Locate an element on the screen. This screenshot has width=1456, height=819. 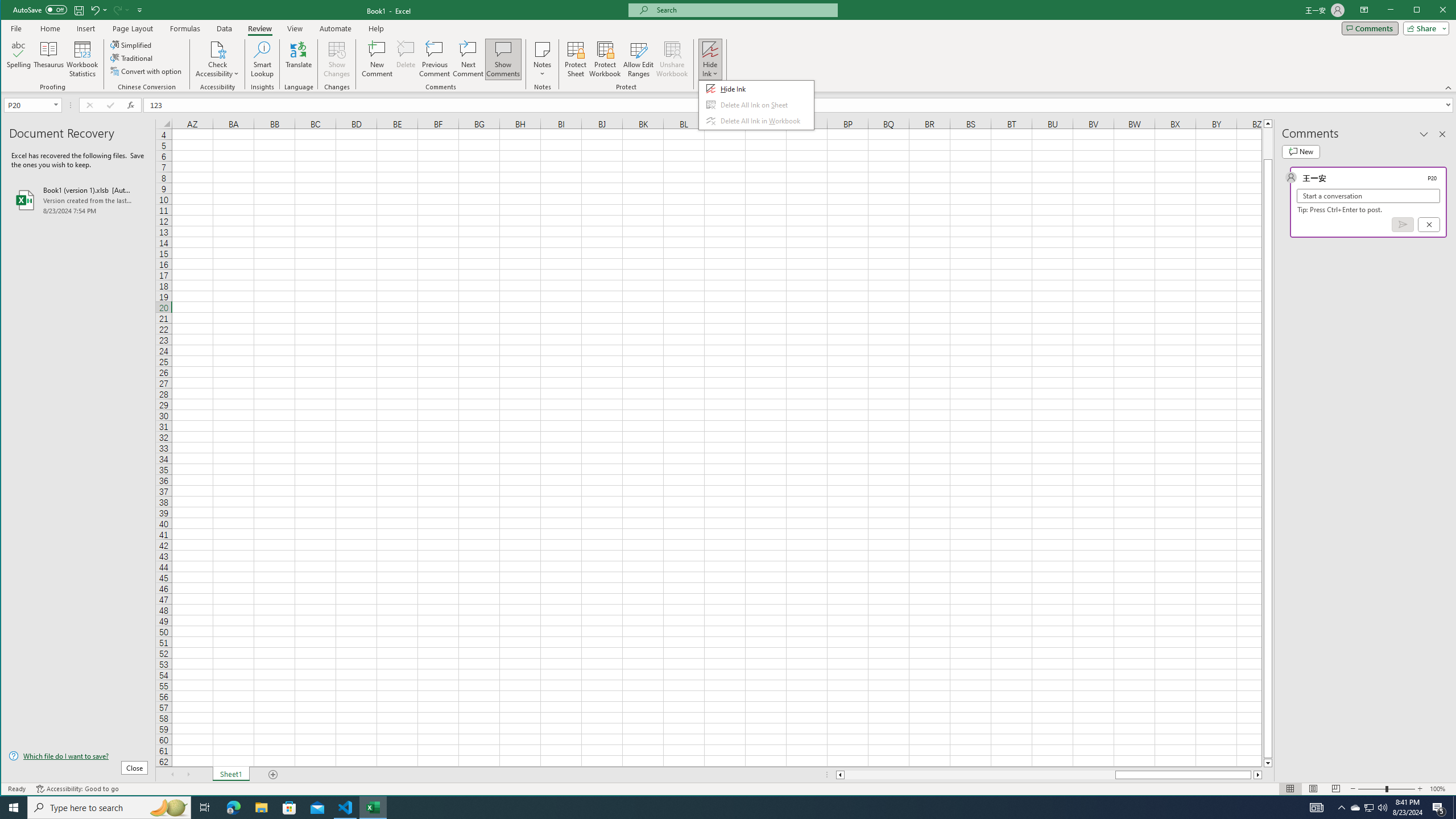
'Protect Workbook...' is located at coordinates (605, 59).